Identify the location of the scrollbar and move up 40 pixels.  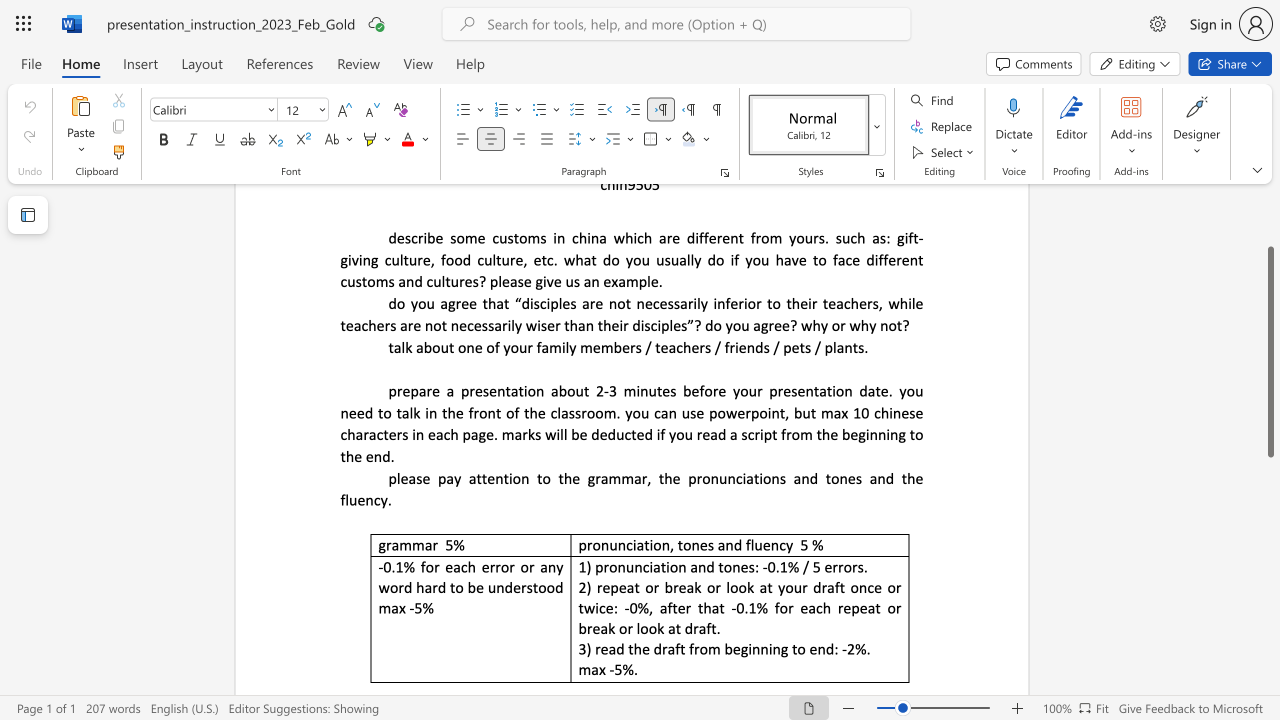
(1269, 351).